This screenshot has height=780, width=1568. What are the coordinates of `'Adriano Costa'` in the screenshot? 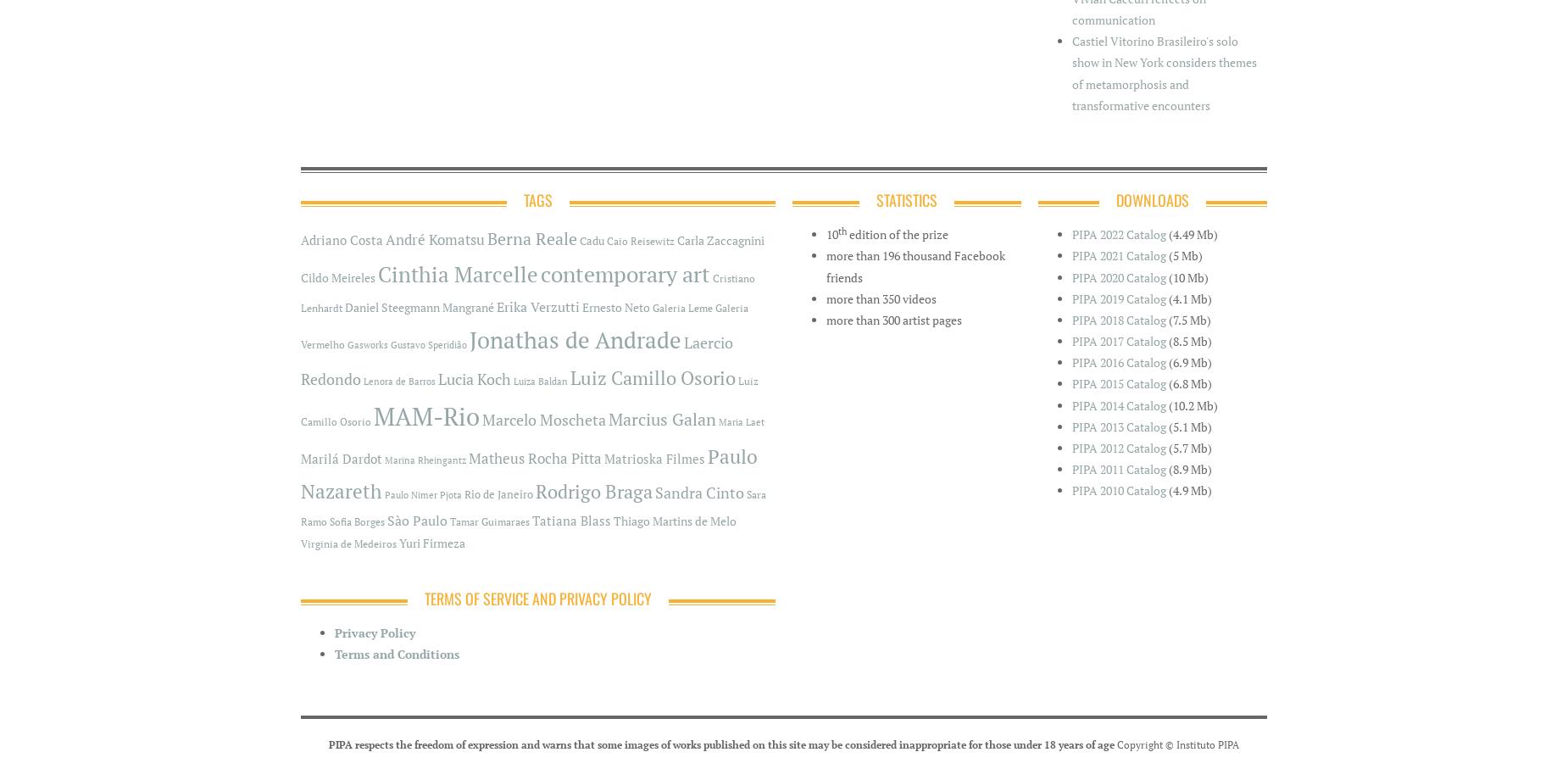 It's located at (300, 240).